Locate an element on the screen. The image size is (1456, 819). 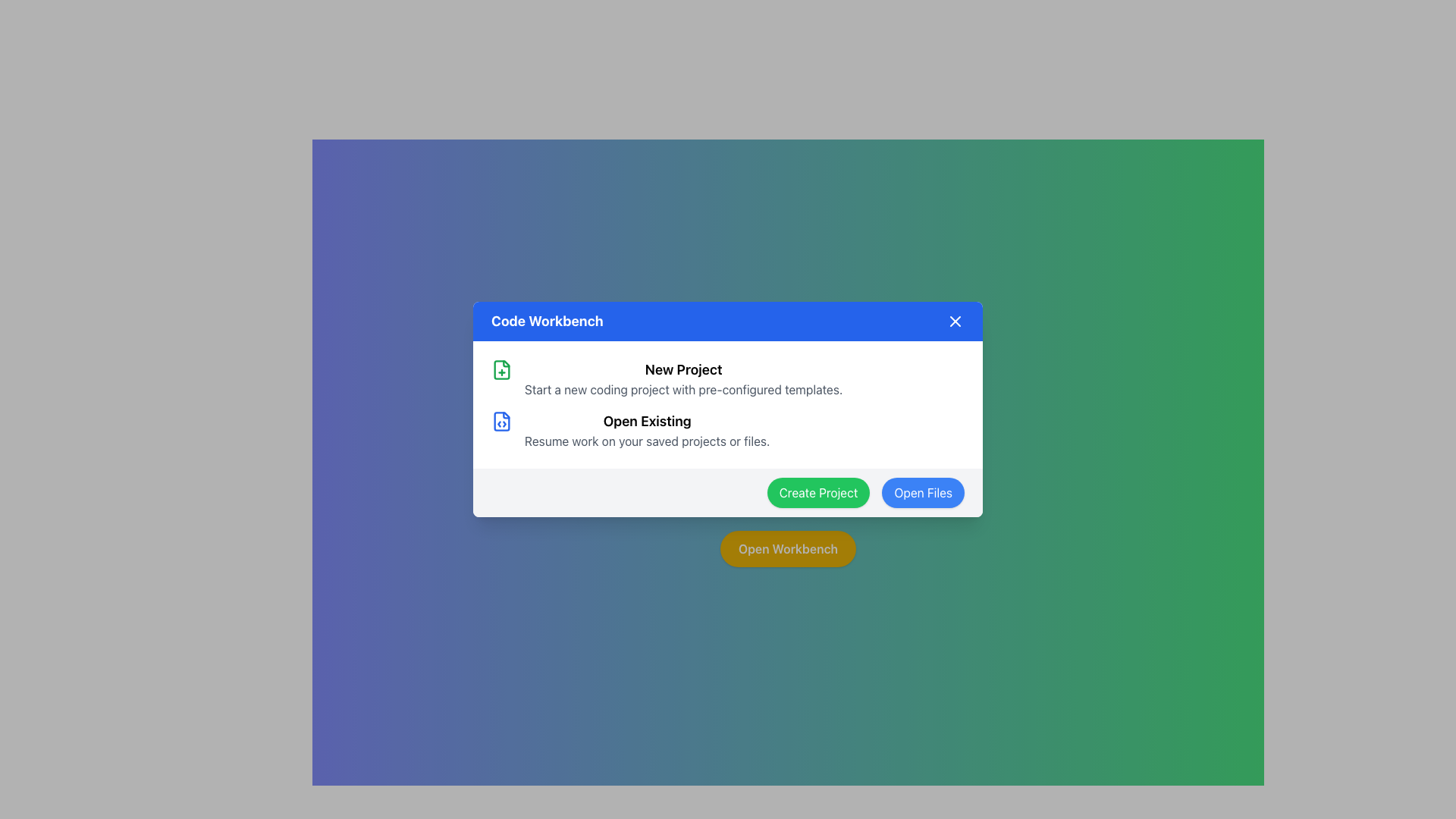
the close button with a blue background and white 'X' icon located in the top-right corner of the modal header titled 'Code Workbench' is located at coordinates (954, 321).